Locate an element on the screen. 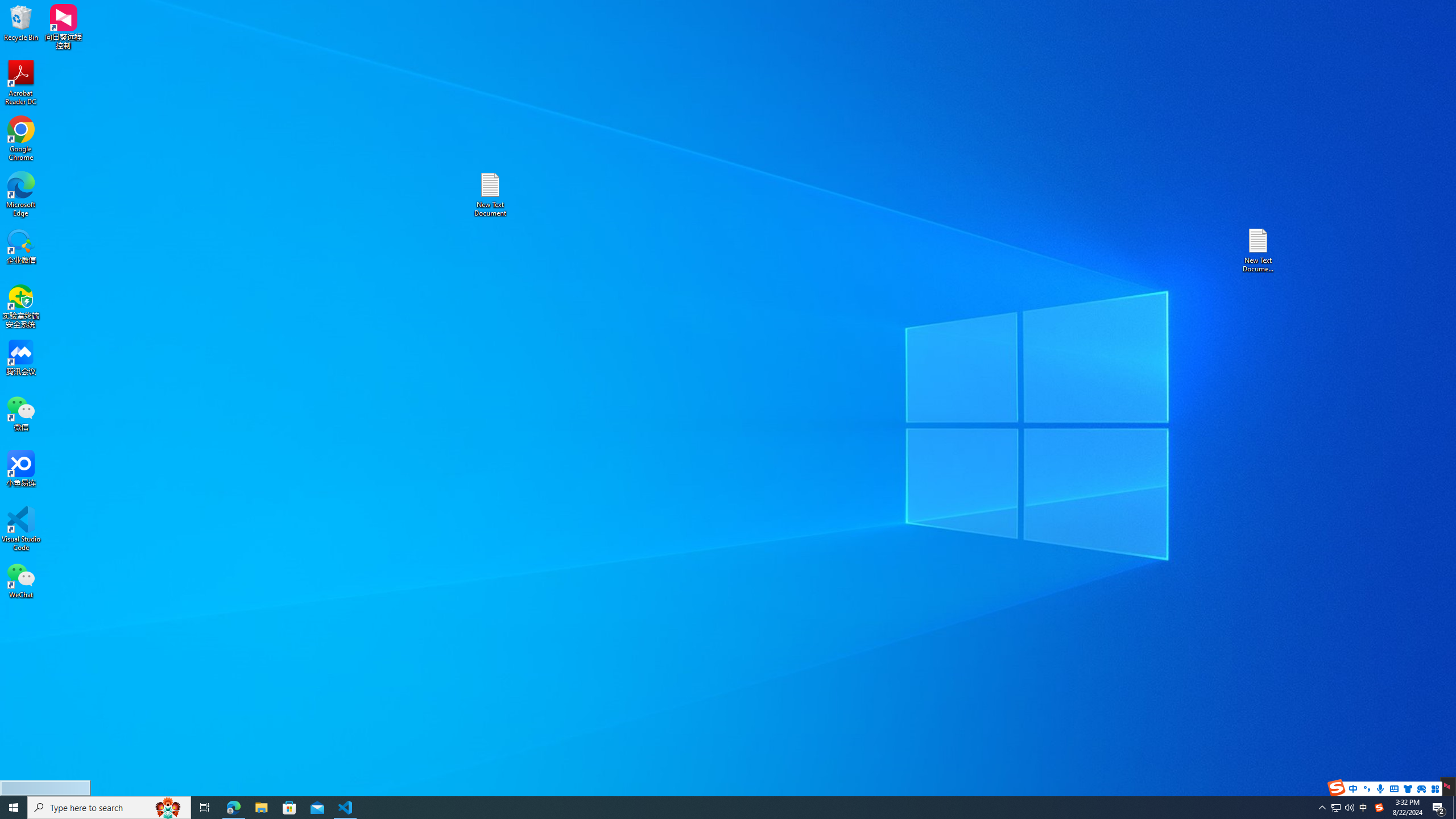 Image resolution: width=1456 pixels, height=819 pixels. 'Recycle Bin' is located at coordinates (20, 22).